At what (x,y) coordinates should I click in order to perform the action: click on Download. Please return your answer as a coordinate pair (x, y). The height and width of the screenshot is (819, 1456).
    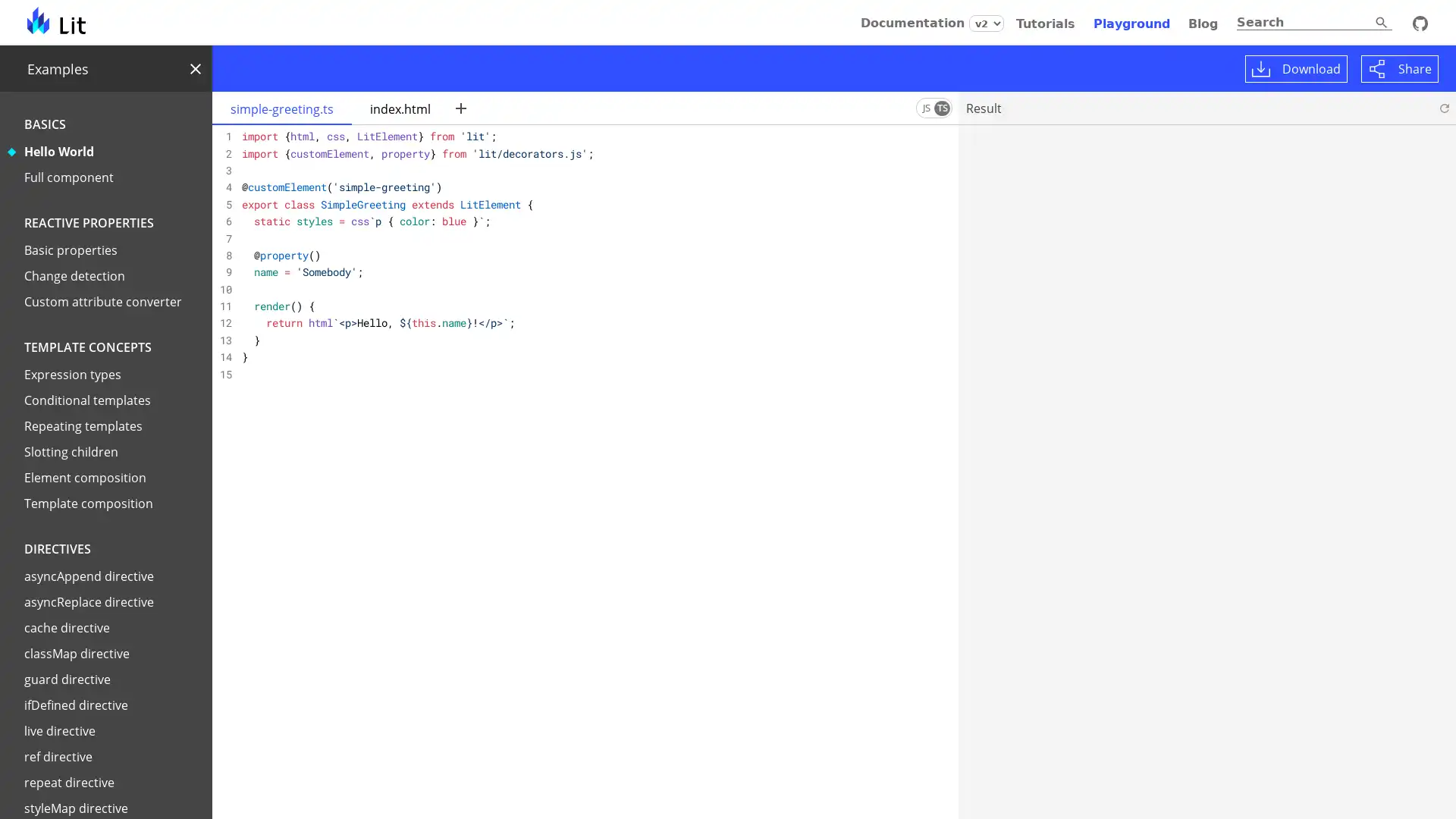
    Looking at the image, I should click on (1294, 67).